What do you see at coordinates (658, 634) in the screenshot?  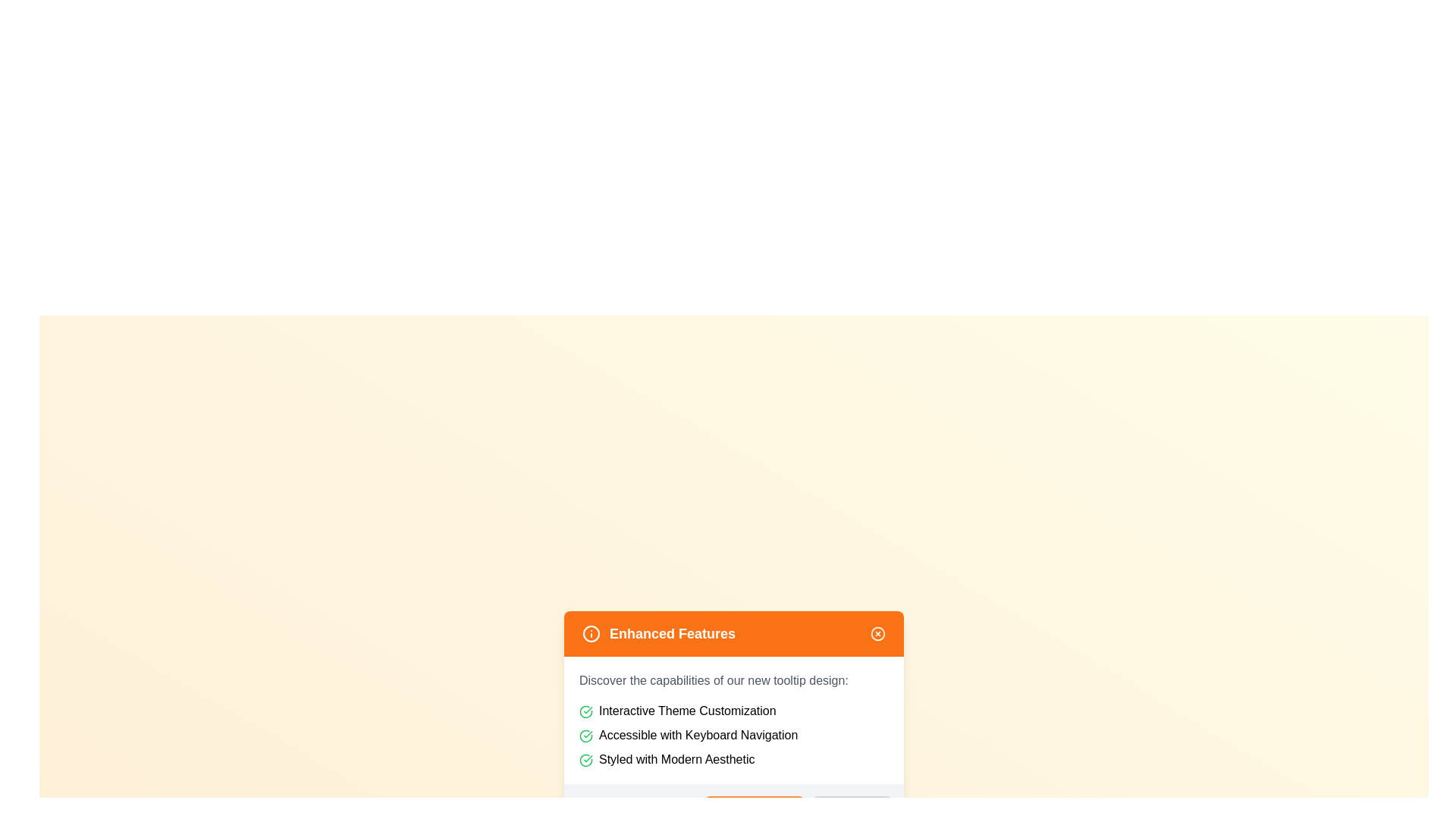 I see `the text label displaying 'Enhanced Features' which is styled with white text on an orange background and positioned in the upper-left part of the header bar` at bounding box center [658, 634].